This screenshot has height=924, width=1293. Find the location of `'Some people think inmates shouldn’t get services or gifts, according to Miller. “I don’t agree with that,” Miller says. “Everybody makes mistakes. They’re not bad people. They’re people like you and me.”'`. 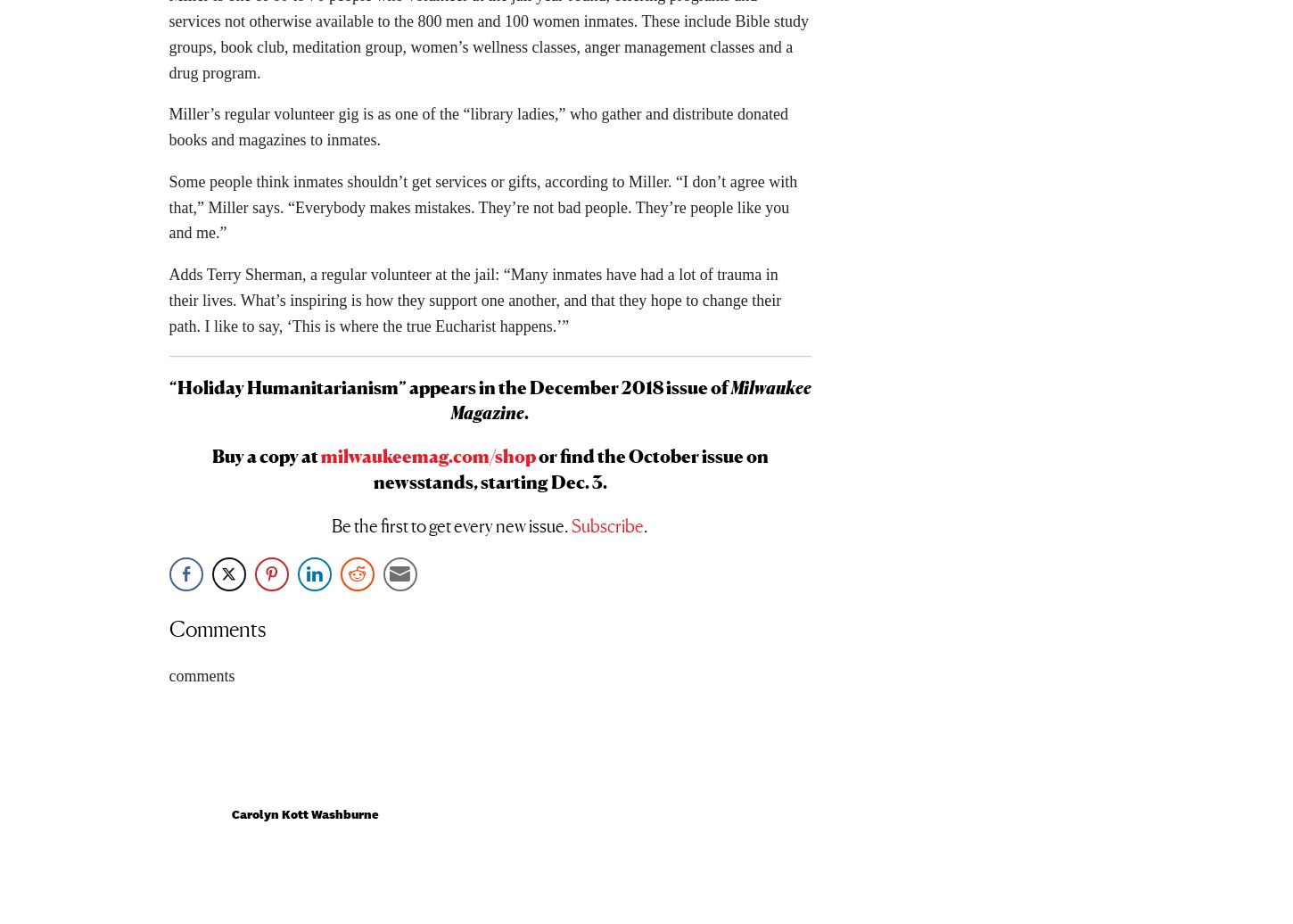

'Some people think inmates shouldn’t get services or gifts, according to Miller. “I don’t agree with that,” Miller says. “Everybody makes mistakes. They’re not bad people. They’re people like you and me.”' is located at coordinates (482, 213).